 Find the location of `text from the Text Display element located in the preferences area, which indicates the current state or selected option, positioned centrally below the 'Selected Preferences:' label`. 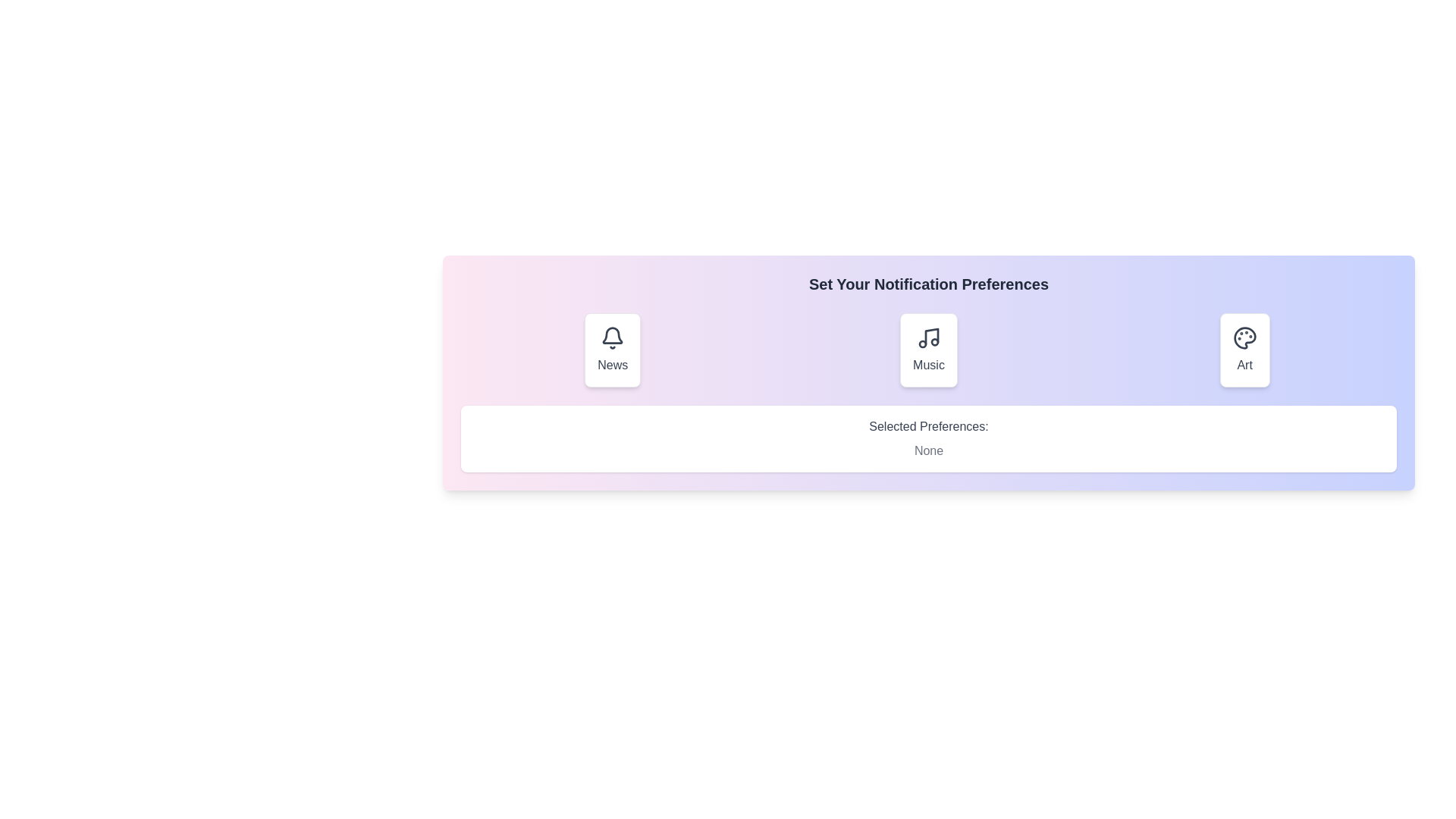

text from the Text Display element located in the preferences area, which indicates the current state or selected option, positioned centrally below the 'Selected Preferences:' label is located at coordinates (927, 450).